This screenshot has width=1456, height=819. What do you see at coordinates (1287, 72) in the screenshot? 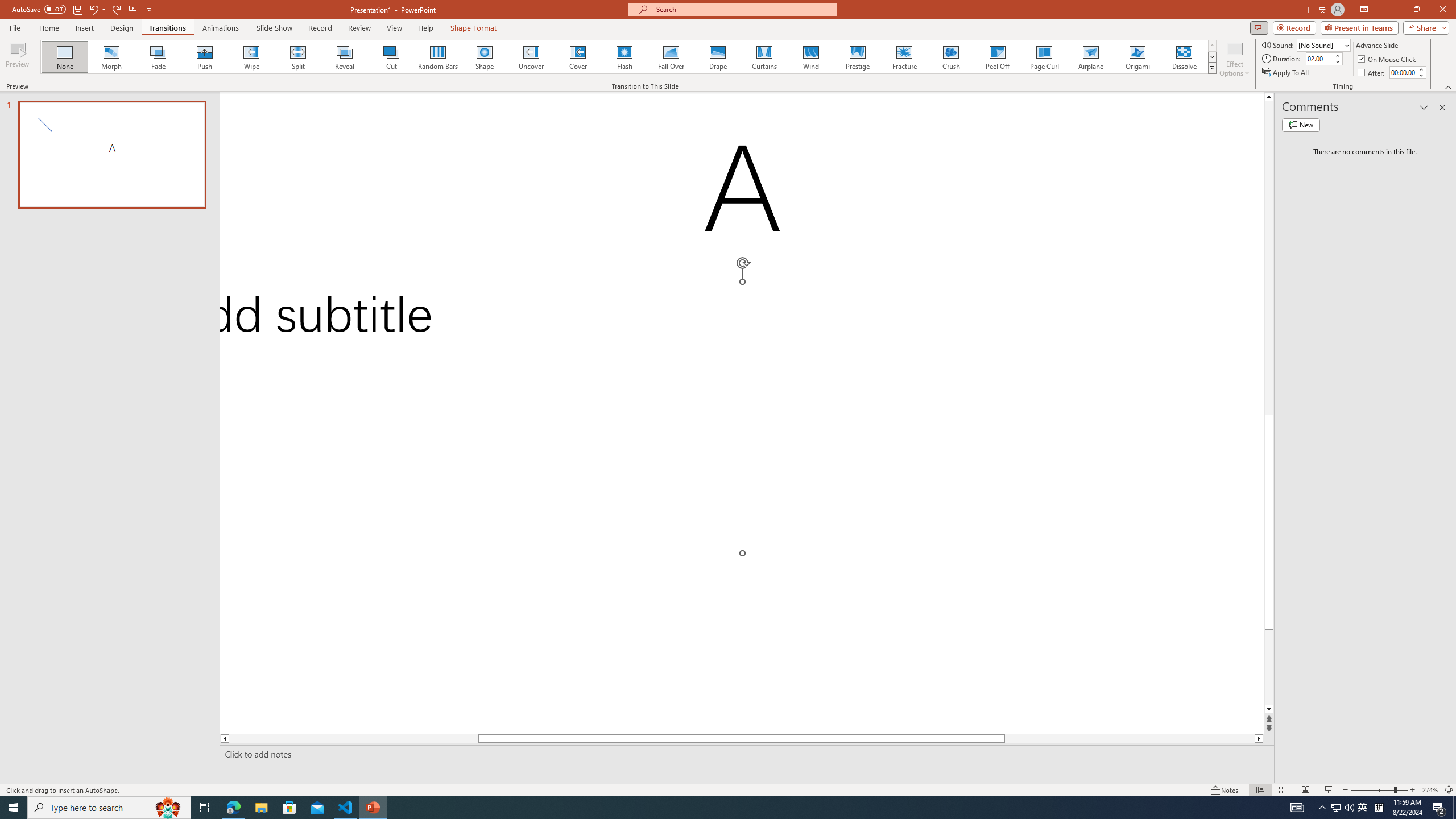
I see `'Apply To All'` at bounding box center [1287, 72].